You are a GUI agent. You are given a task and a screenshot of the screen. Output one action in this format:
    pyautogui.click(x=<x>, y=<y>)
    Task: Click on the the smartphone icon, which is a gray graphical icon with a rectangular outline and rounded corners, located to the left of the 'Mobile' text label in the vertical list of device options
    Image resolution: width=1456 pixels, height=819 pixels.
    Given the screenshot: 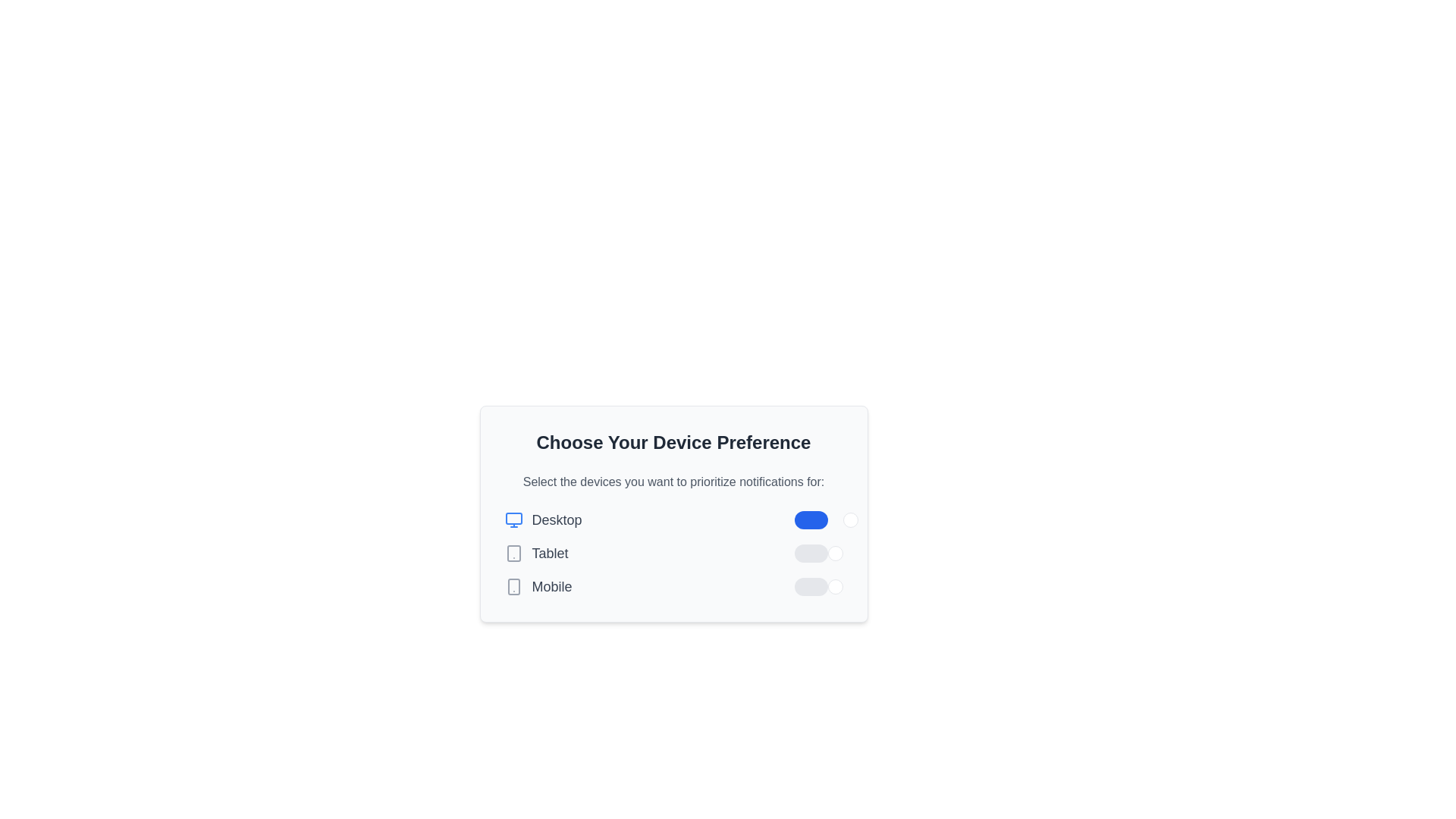 What is the action you would take?
    pyautogui.click(x=513, y=586)
    